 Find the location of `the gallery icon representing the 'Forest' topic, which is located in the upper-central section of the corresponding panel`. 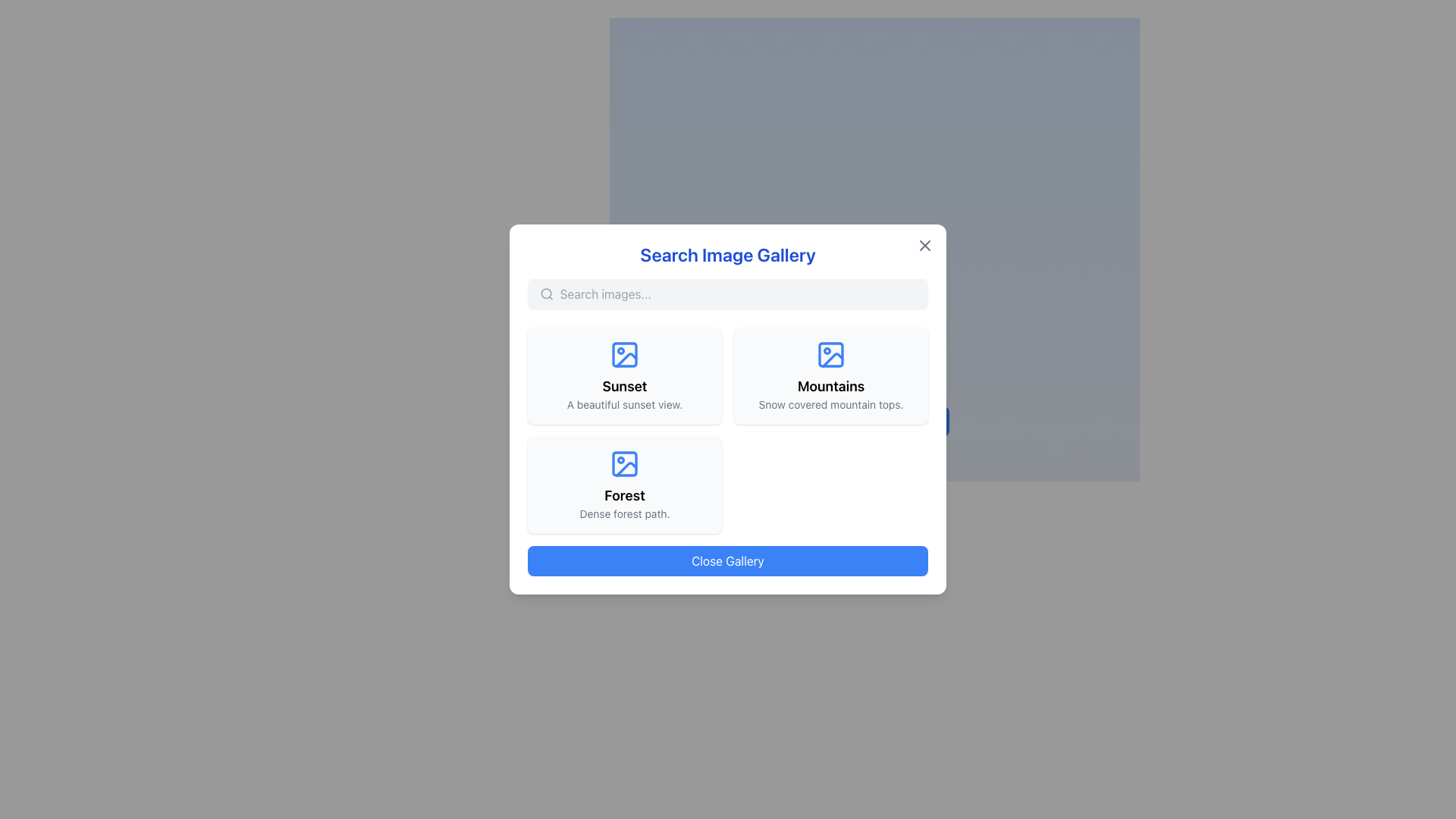

the gallery icon representing the 'Forest' topic, which is located in the upper-central section of the corresponding panel is located at coordinates (625, 463).